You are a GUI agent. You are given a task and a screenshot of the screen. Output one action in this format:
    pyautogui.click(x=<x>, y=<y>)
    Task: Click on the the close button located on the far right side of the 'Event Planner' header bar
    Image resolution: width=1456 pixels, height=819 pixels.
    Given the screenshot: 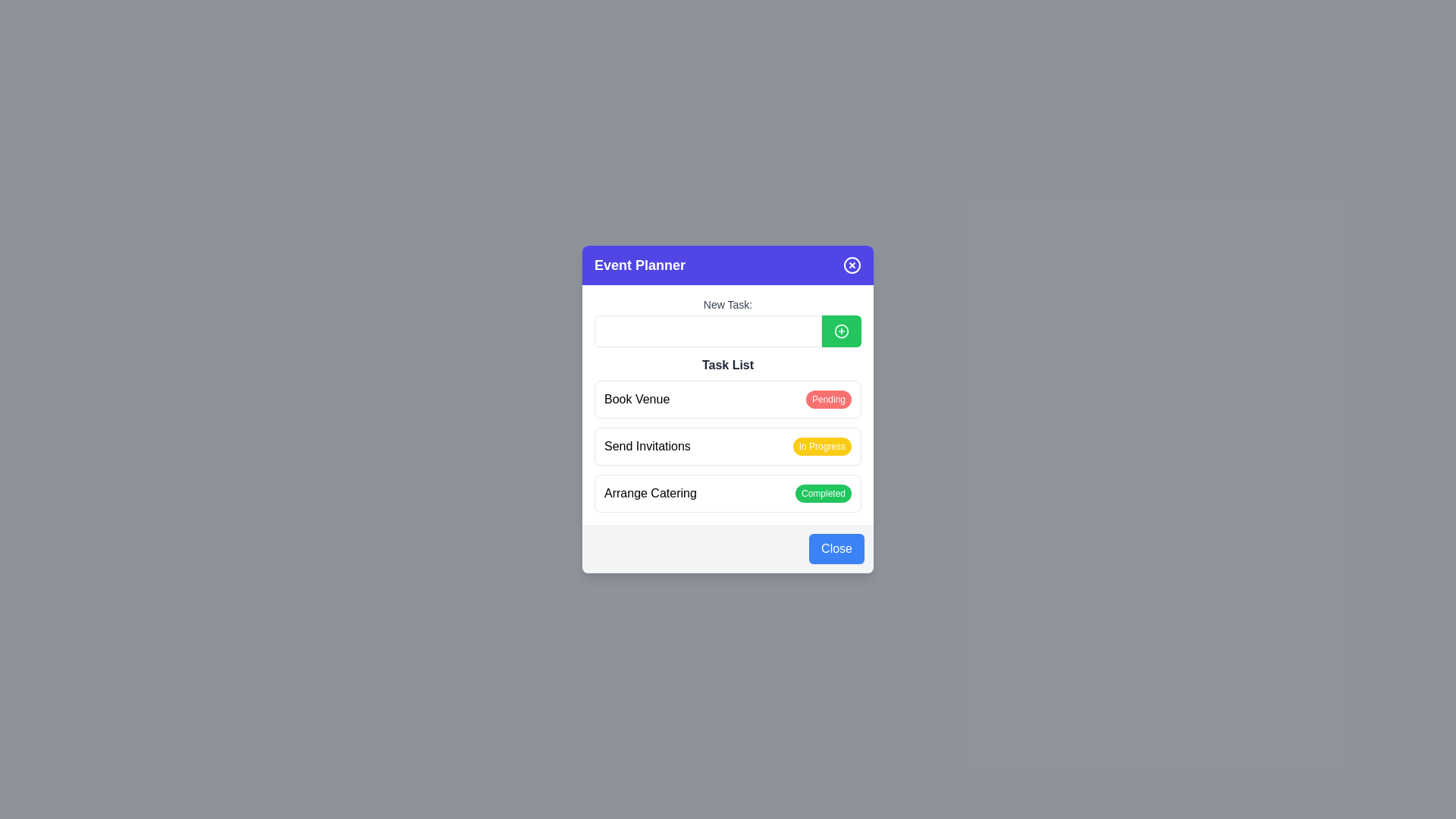 What is the action you would take?
    pyautogui.click(x=852, y=265)
    